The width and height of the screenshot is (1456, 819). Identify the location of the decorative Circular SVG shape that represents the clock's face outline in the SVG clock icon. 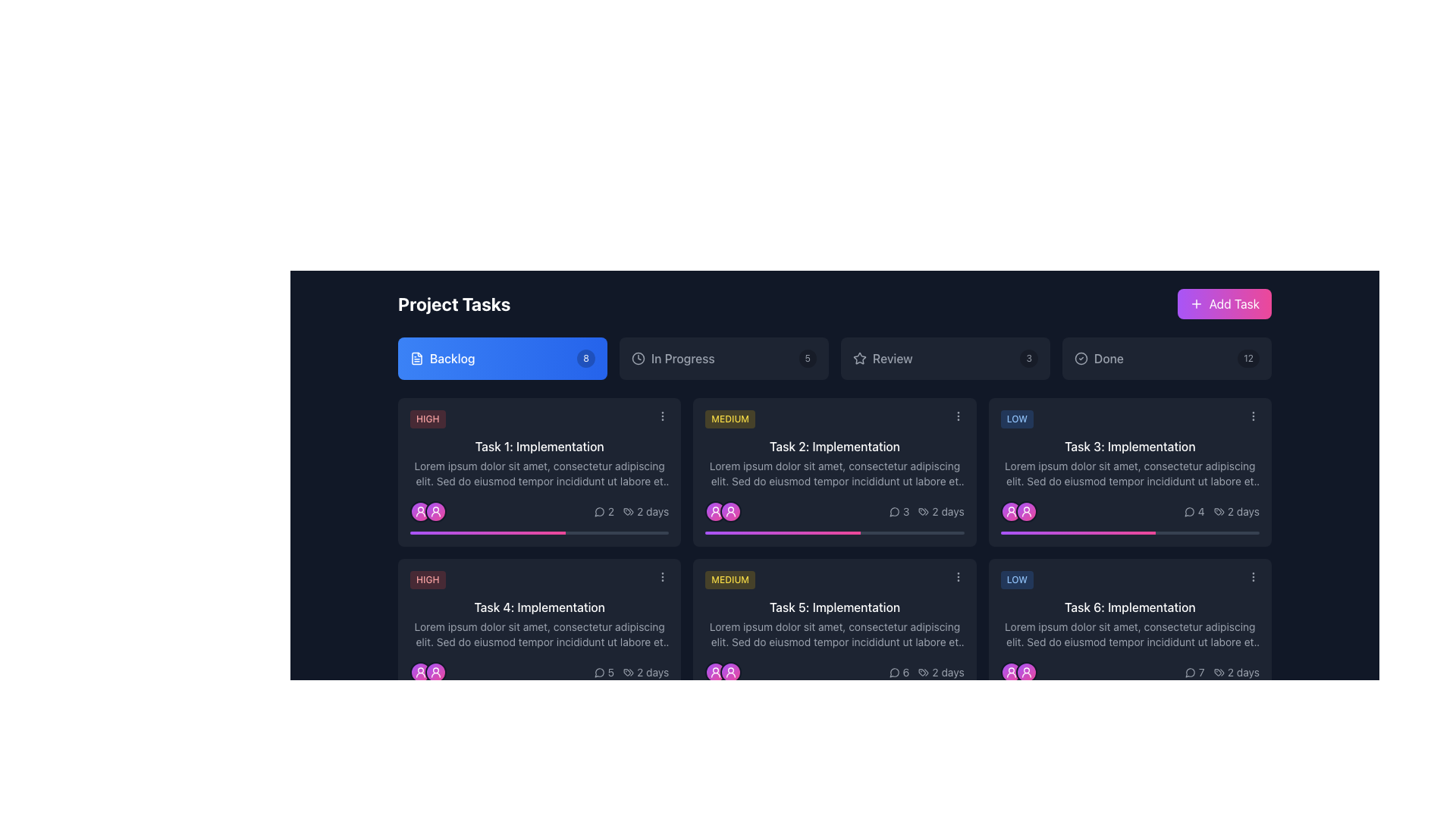
(638, 359).